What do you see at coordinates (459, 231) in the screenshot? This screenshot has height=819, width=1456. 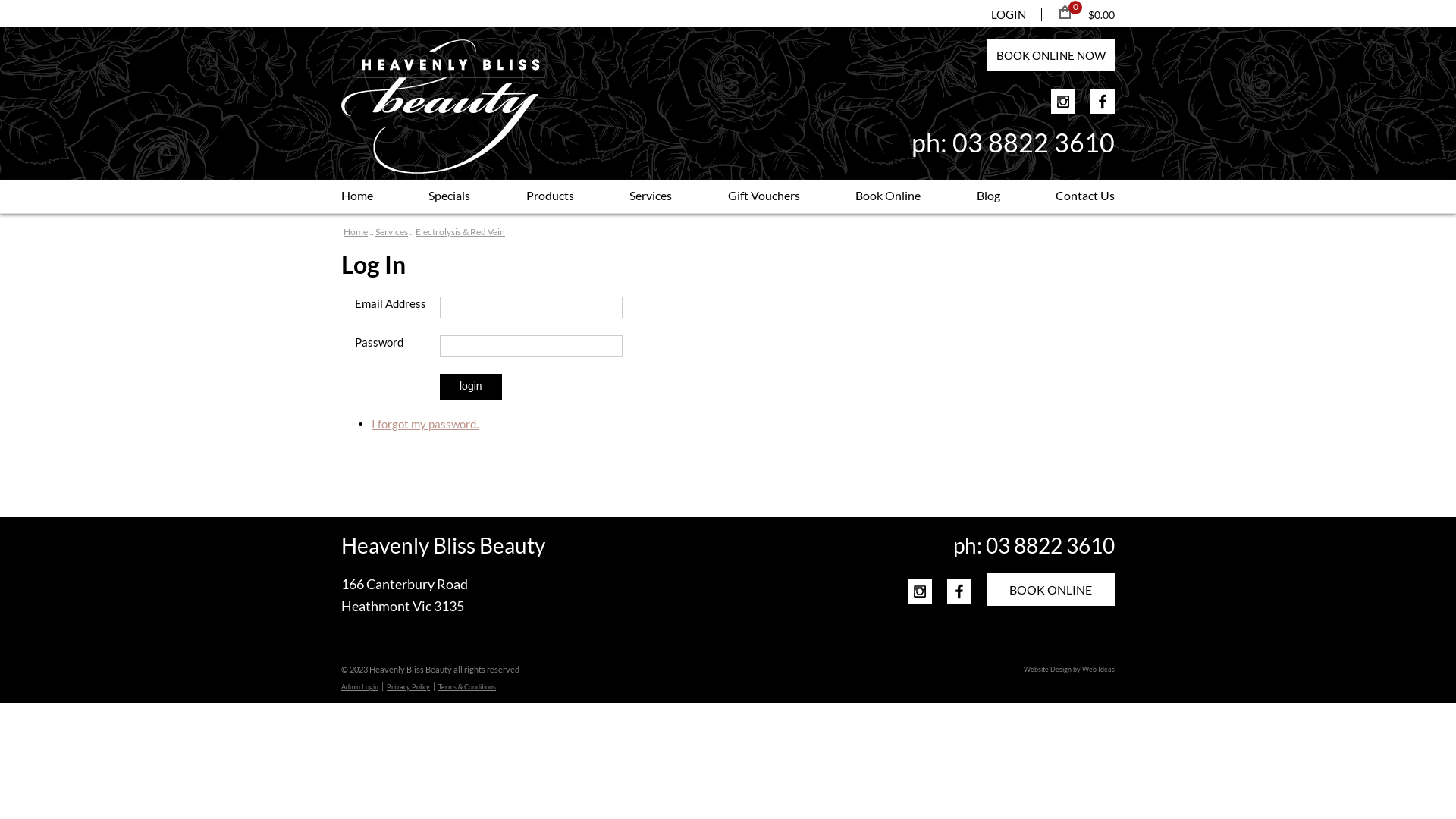 I see `'Electrolysis & Red Vein'` at bounding box center [459, 231].